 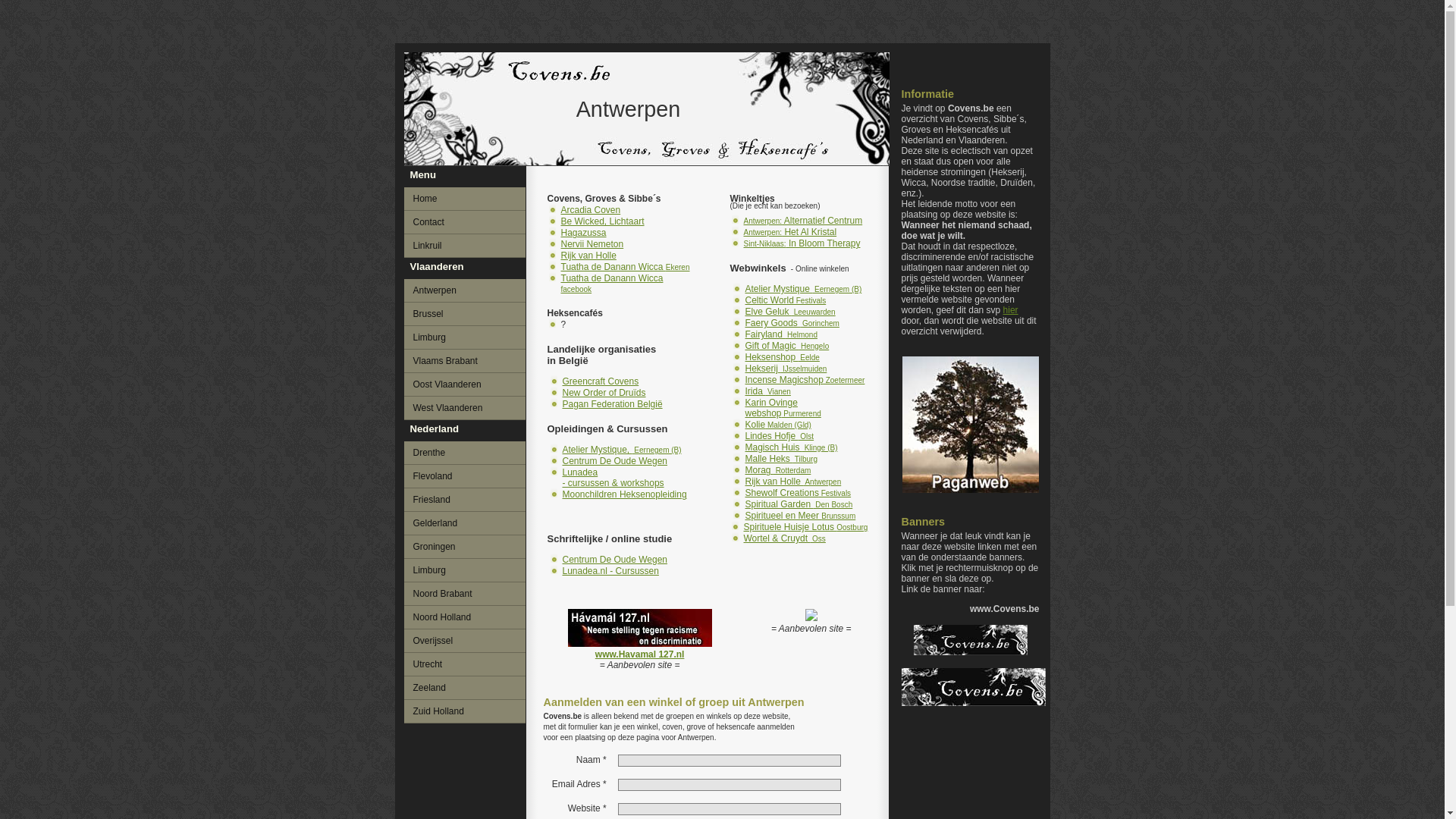 What do you see at coordinates (602, 221) in the screenshot?
I see `'Be Wicked, Lichtaart'` at bounding box center [602, 221].